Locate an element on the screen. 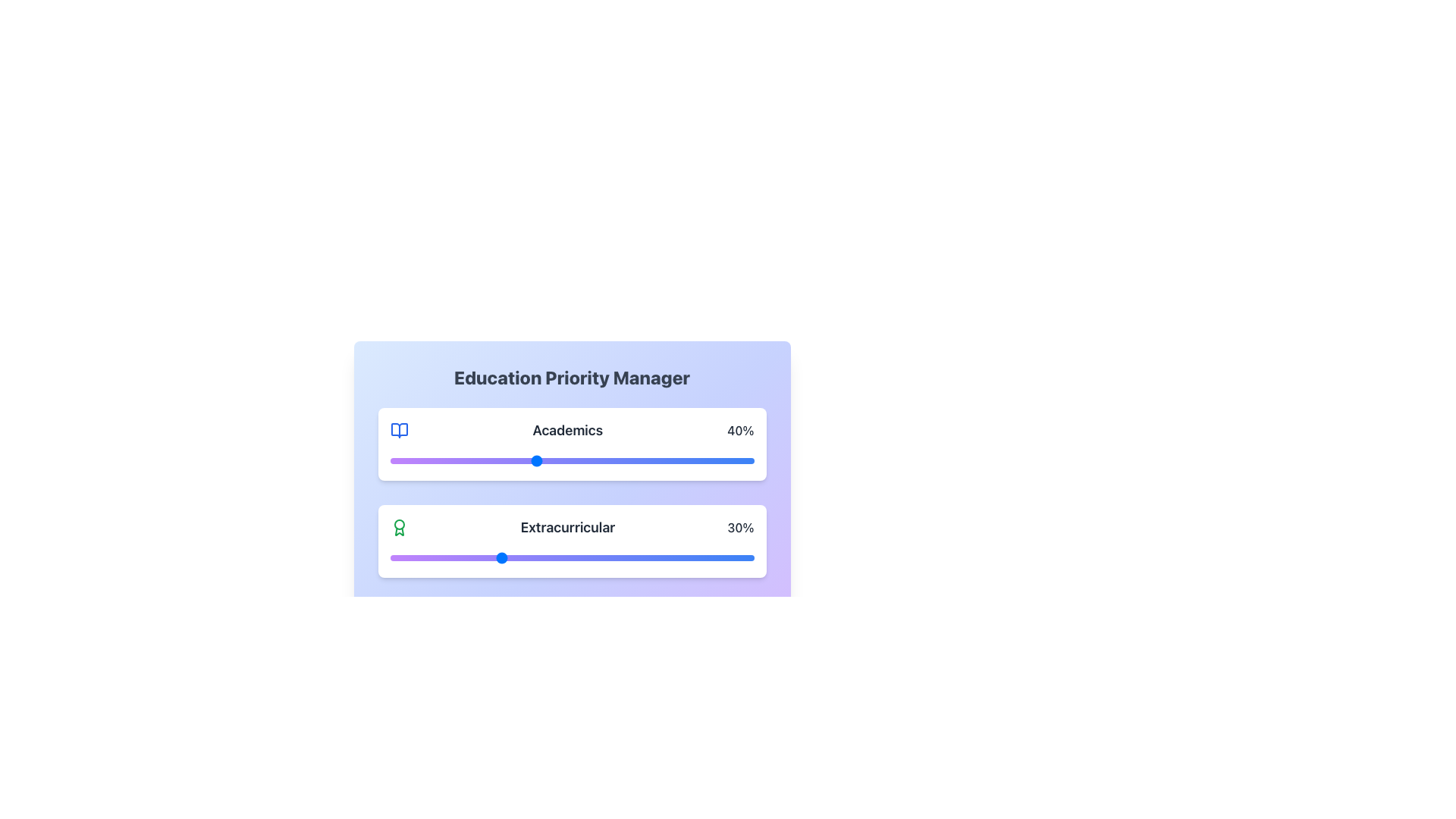 Image resolution: width=1456 pixels, height=819 pixels. the slider value is located at coordinates (706, 460).